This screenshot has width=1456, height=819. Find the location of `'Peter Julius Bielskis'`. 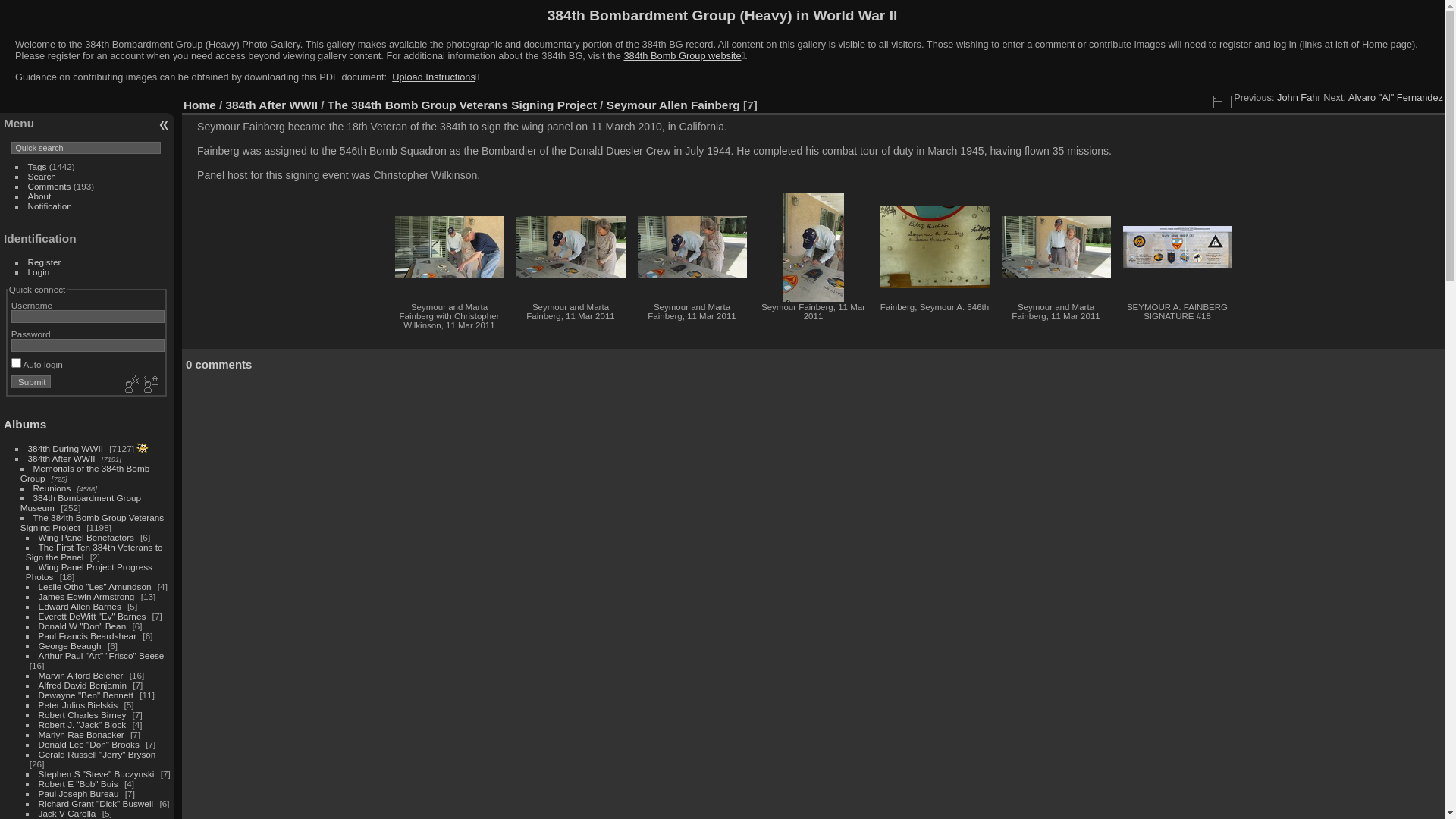

'Peter Julius Bielskis' is located at coordinates (77, 704).